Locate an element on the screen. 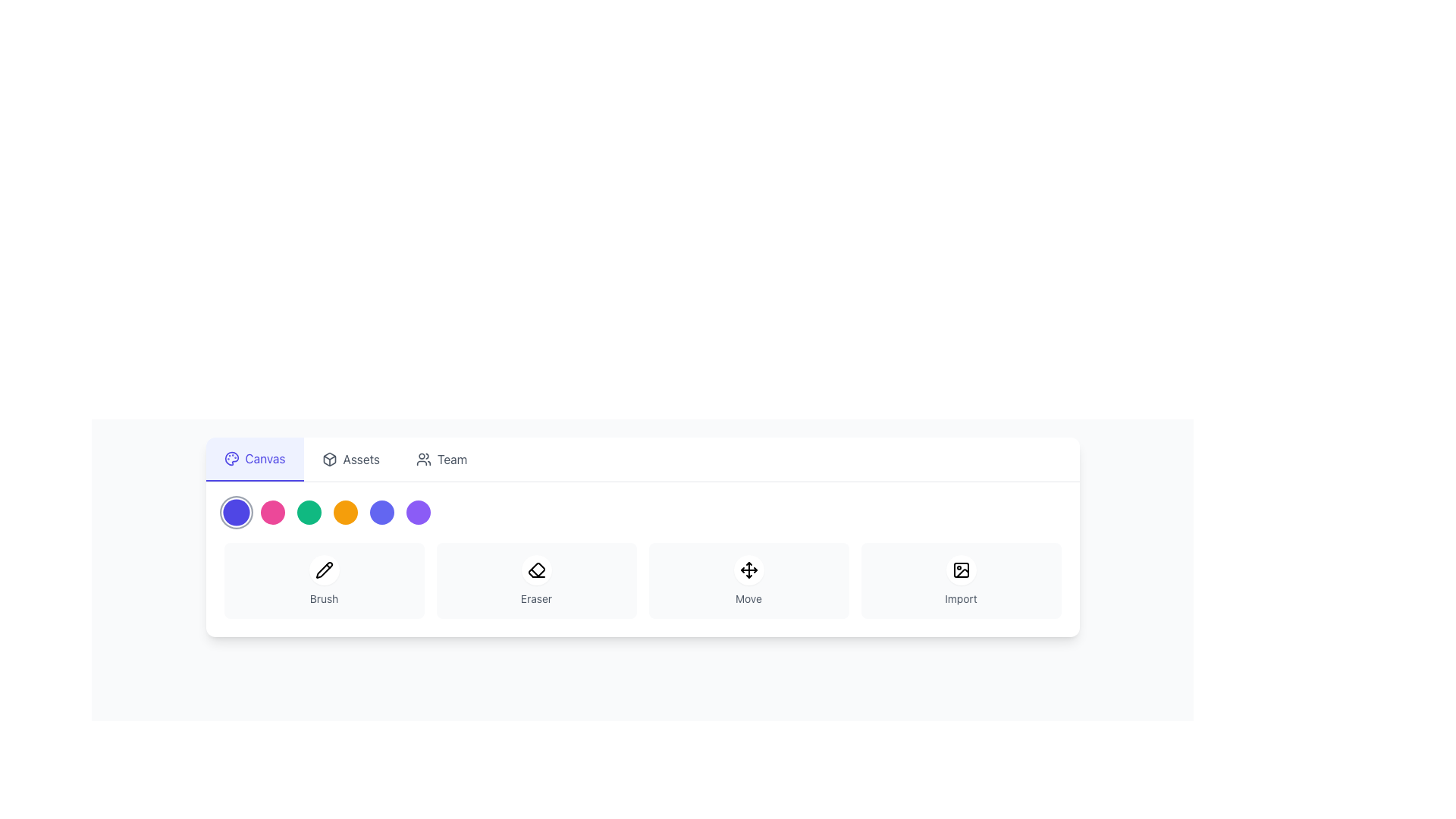 This screenshot has width=1456, height=819. the button located in the center-top portion of the 'Move' card is located at coordinates (748, 570).